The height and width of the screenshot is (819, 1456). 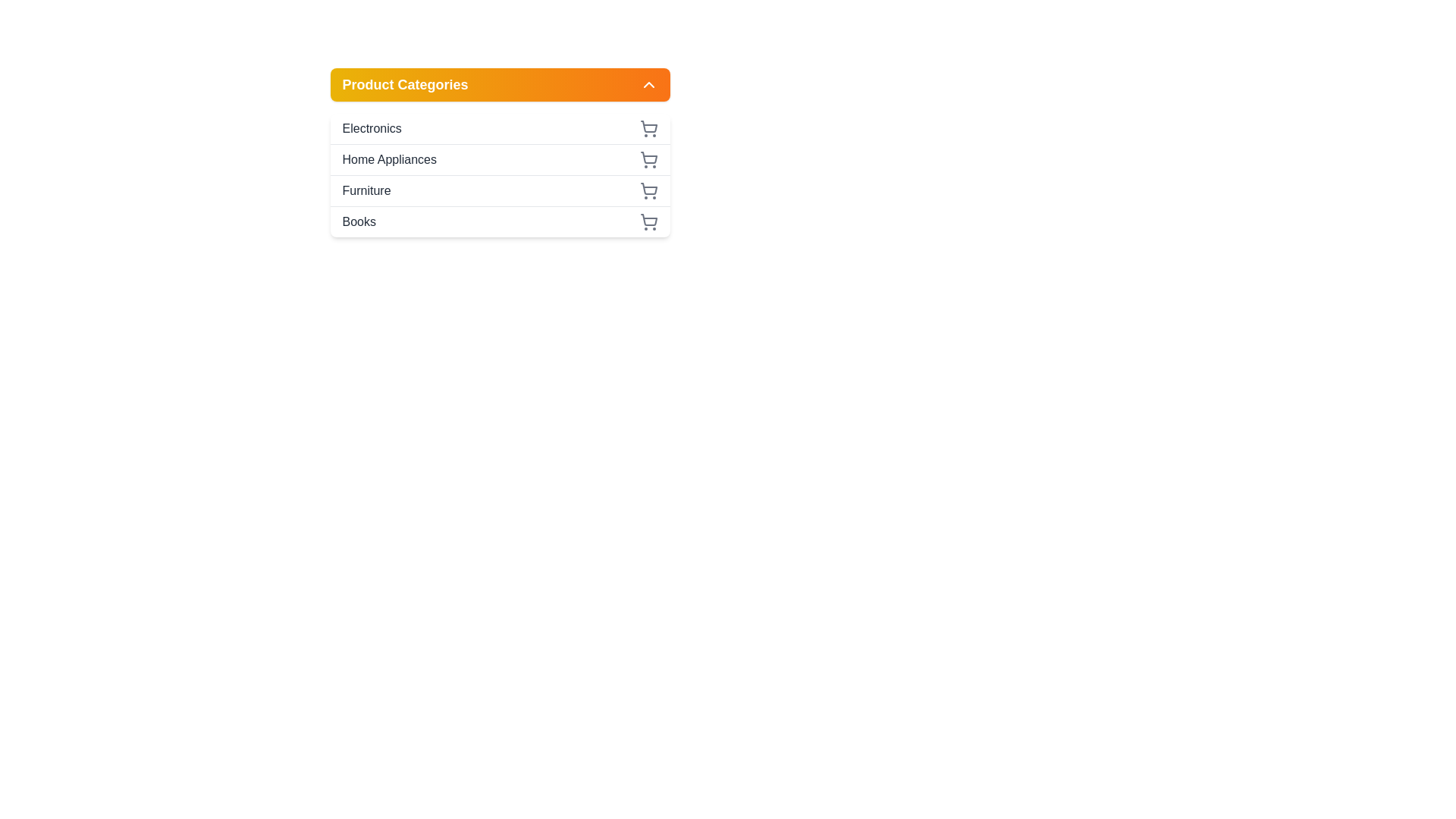 What do you see at coordinates (648, 126) in the screenshot?
I see `the shopping cart icon located in the 'Electronics' category row of the 'Product Categories' menu, depicted in an outline style` at bounding box center [648, 126].